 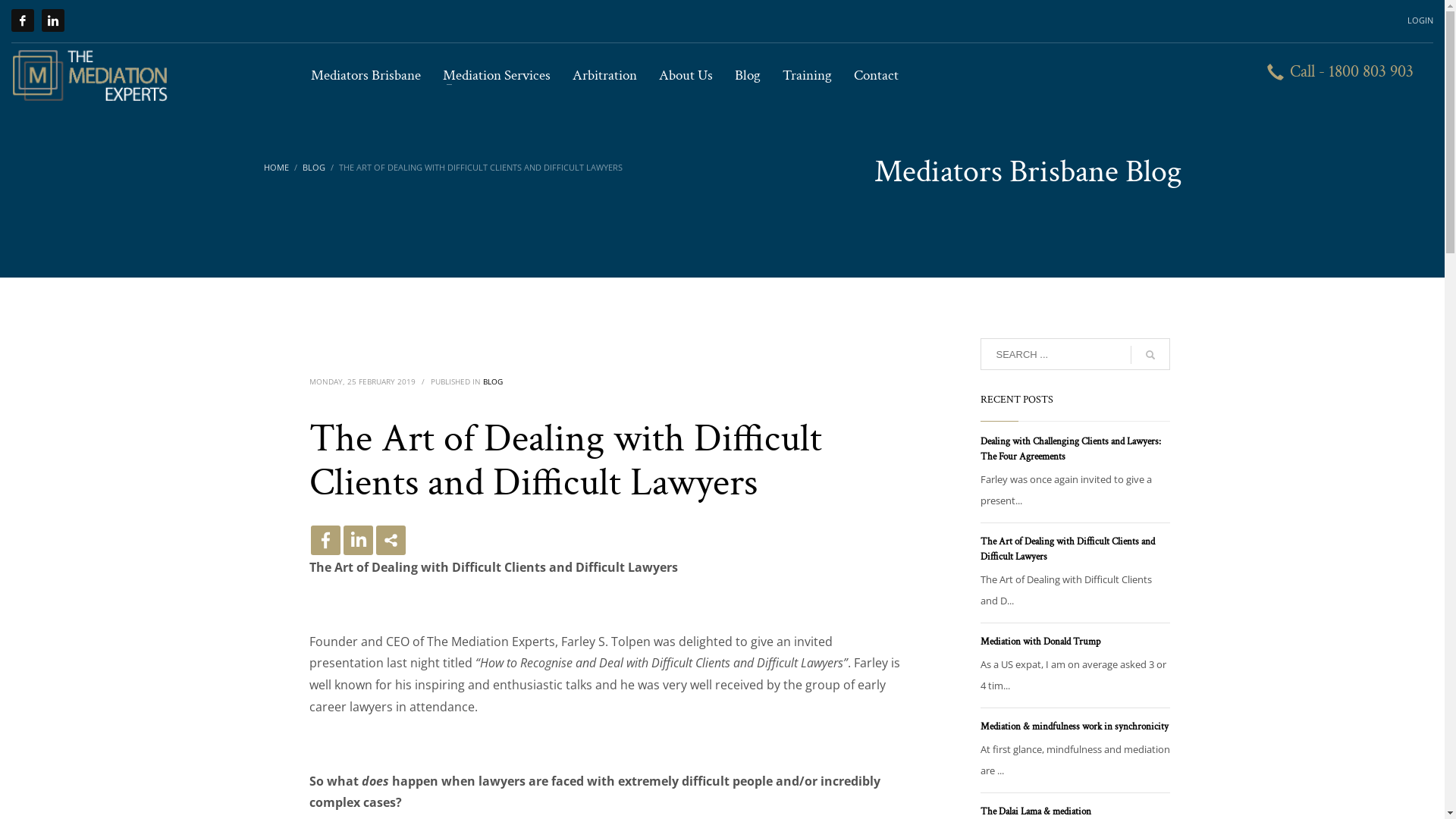 I want to click on 'LOGIN', so click(x=1419, y=20).